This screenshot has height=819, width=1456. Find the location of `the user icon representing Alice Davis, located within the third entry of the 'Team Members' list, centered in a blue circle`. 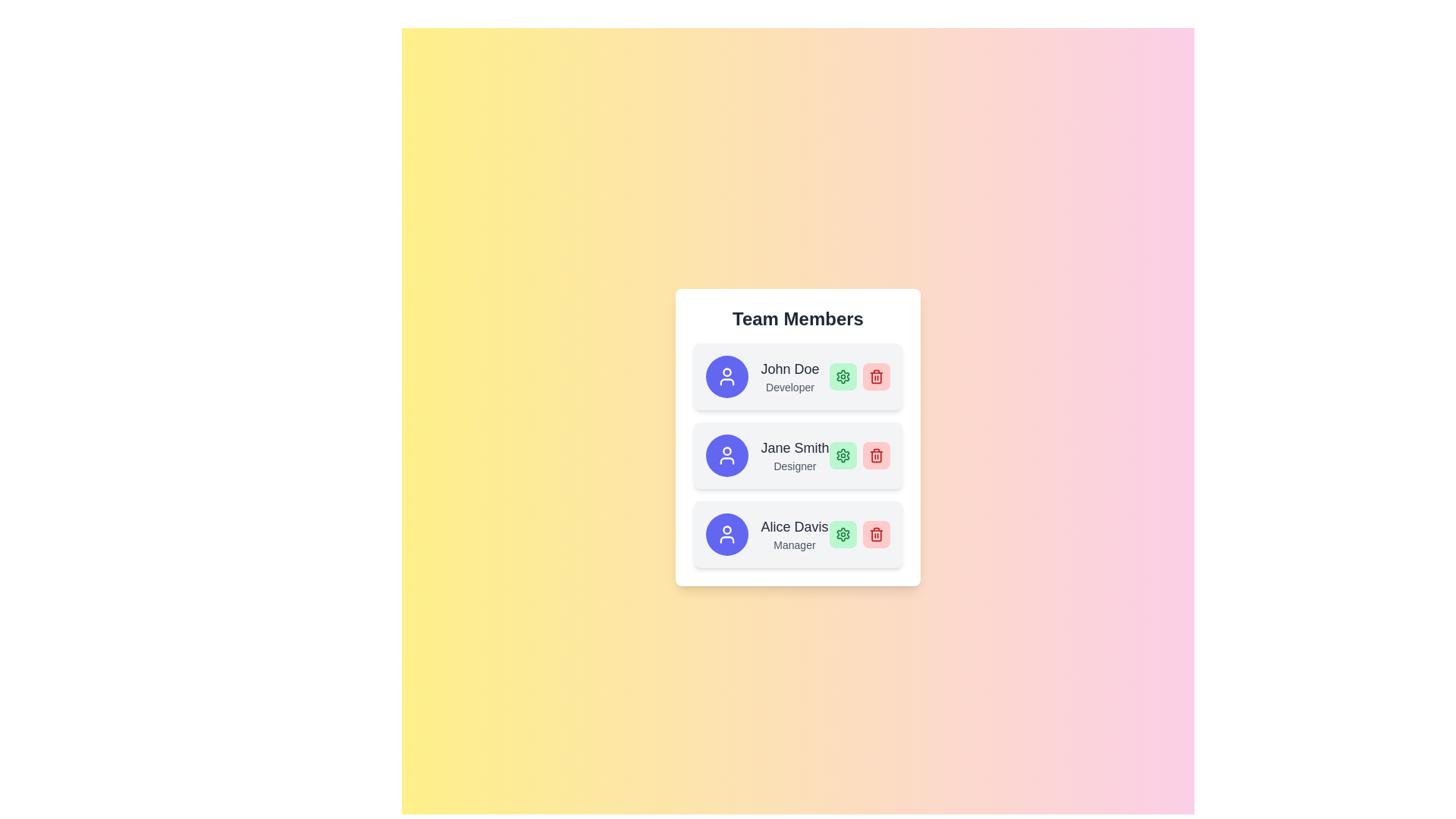

the user icon representing Alice Davis, located within the third entry of the 'Team Members' list, centered in a blue circle is located at coordinates (726, 534).